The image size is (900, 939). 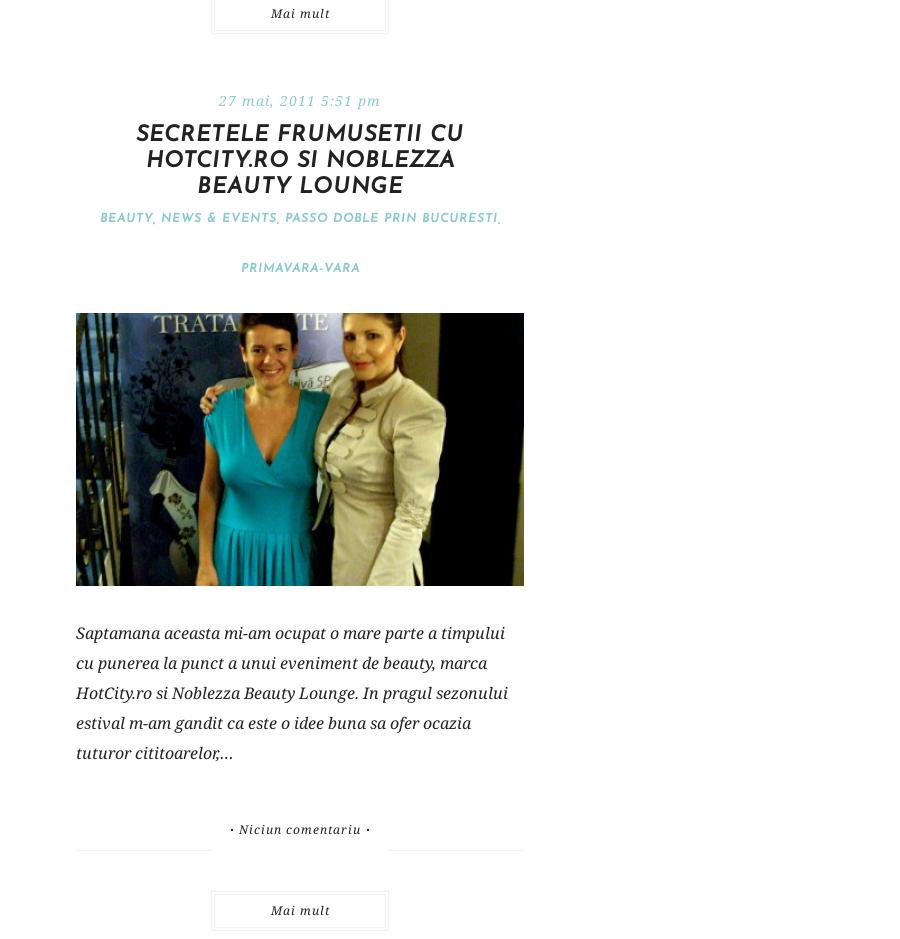 I want to click on 'Secretele frumusetii cu HotCity.ro si Noblezza Beauty Lounge', so click(x=298, y=161).